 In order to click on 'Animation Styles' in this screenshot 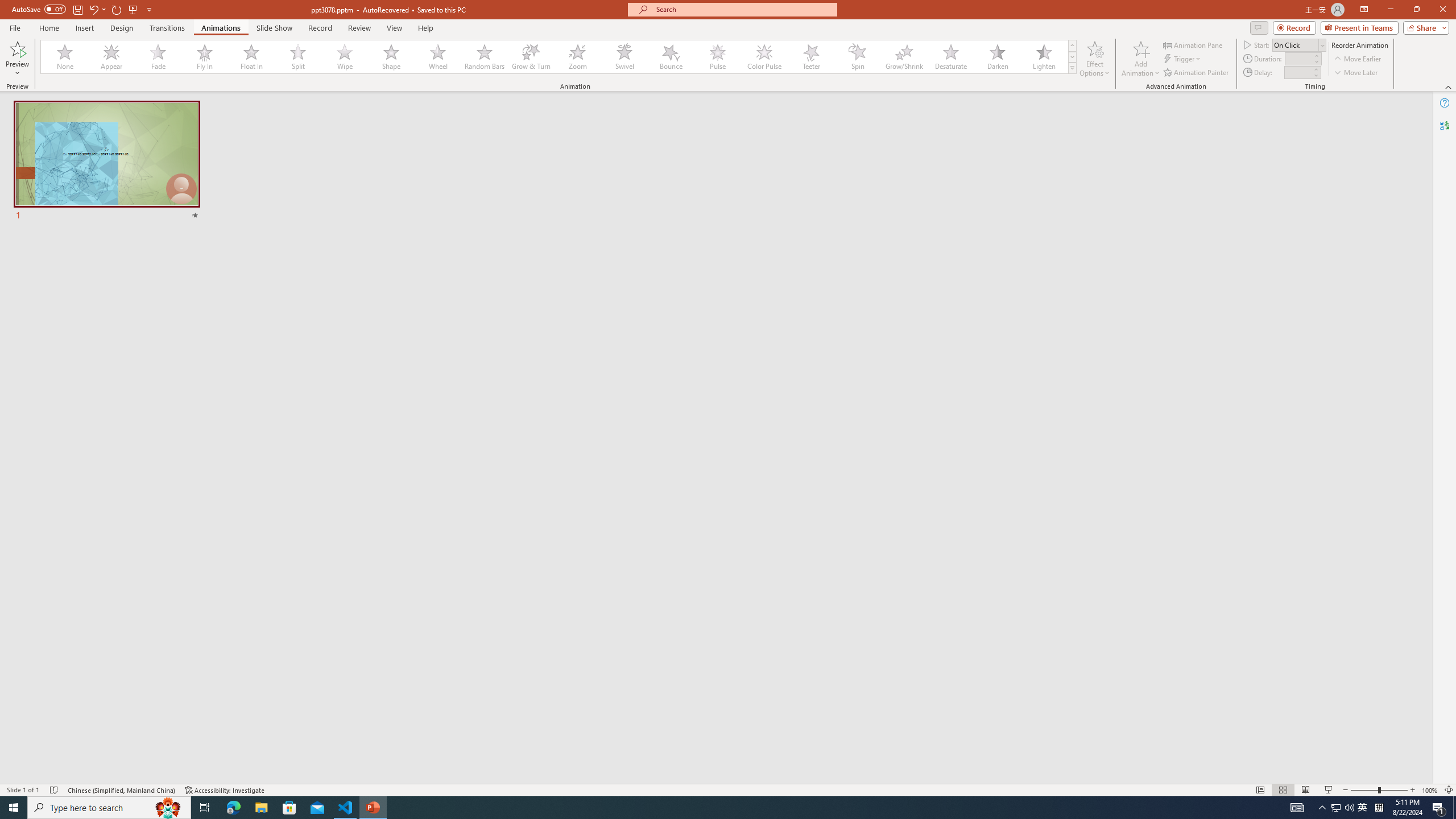, I will do `click(1072, 67)`.